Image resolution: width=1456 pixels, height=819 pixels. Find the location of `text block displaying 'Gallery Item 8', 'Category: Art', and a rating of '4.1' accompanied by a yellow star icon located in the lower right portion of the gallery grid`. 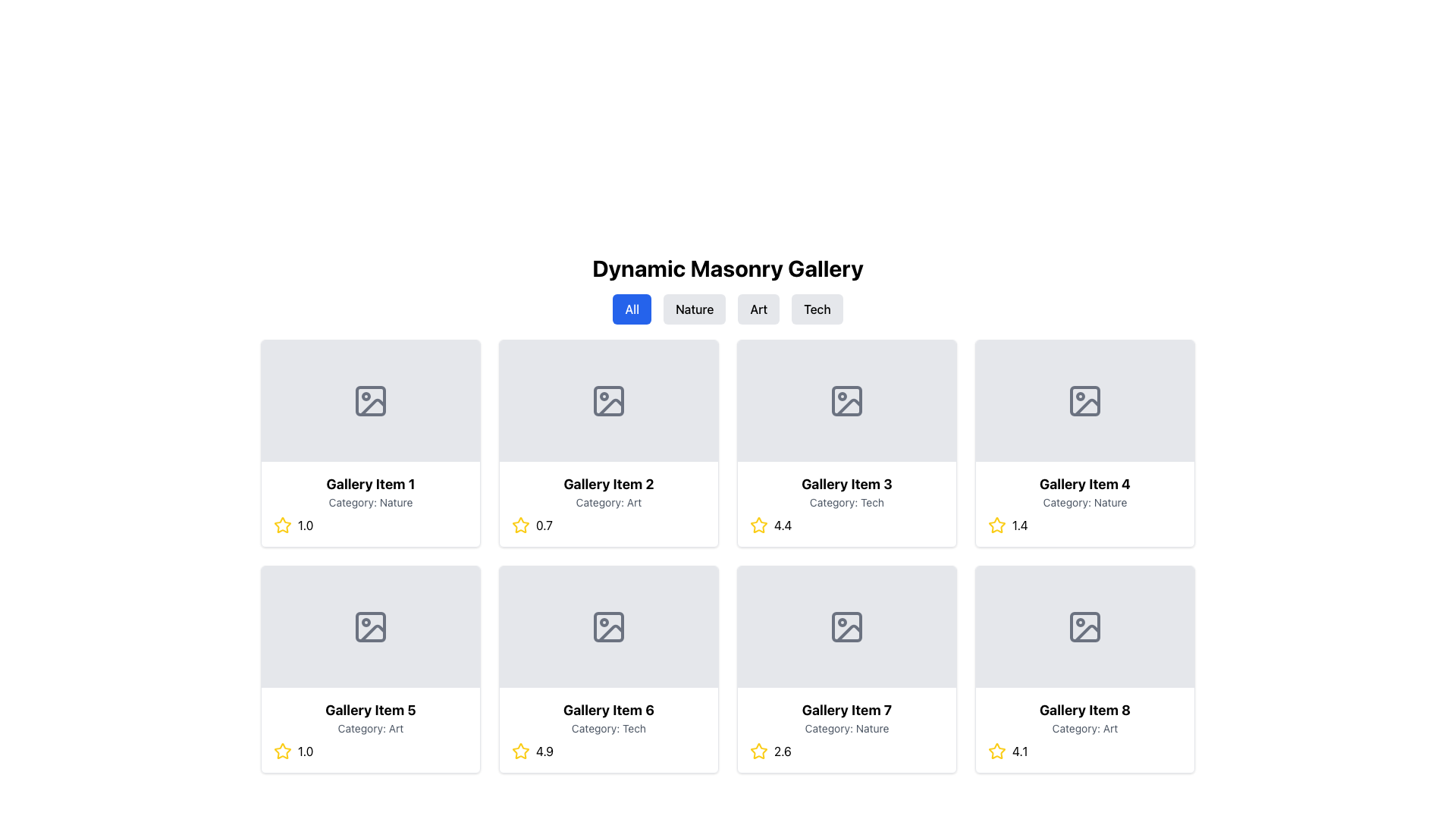

text block displaying 'Gallery Item 8', 'Category: Art', and a rating of '4.1' accompanied by a yellow star icon located in the lower right portion of the gallery grid is located at coordinates (1084, 730).